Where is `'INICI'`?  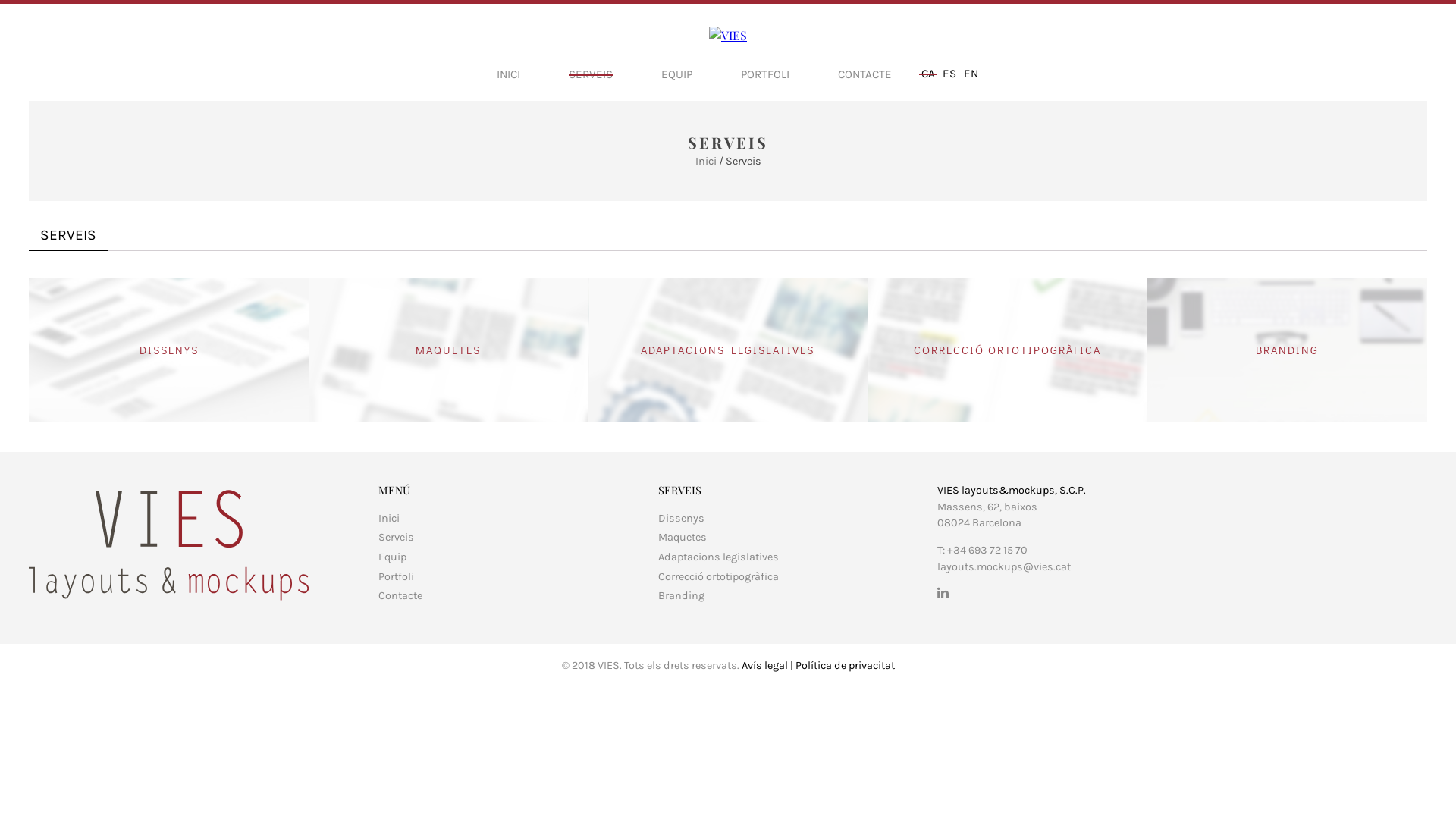 'INICI' is located at coordinates (508, 74).